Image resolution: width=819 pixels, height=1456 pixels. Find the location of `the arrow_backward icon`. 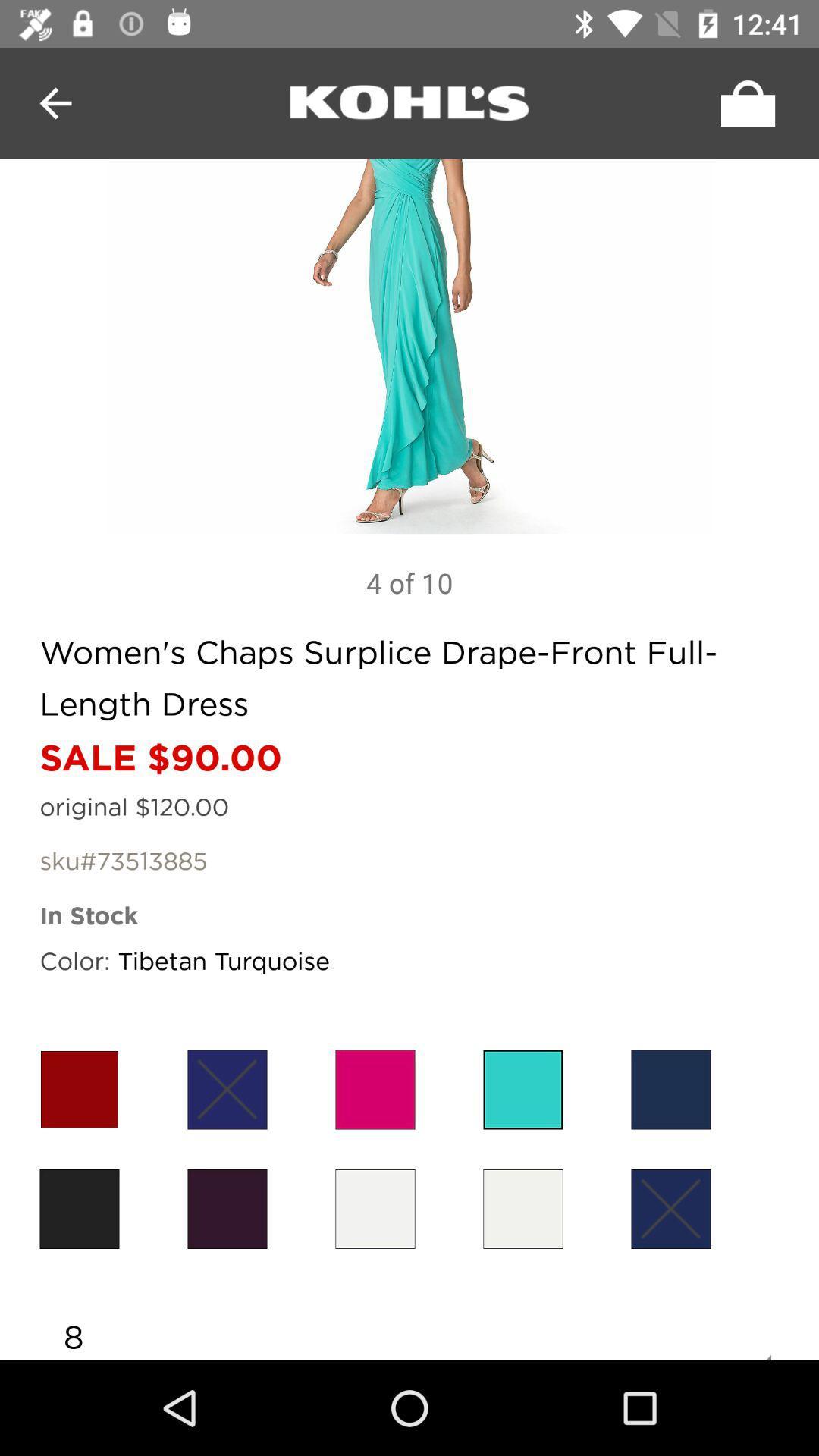

the arrow_backward icon is located at coordinates (55, 102).